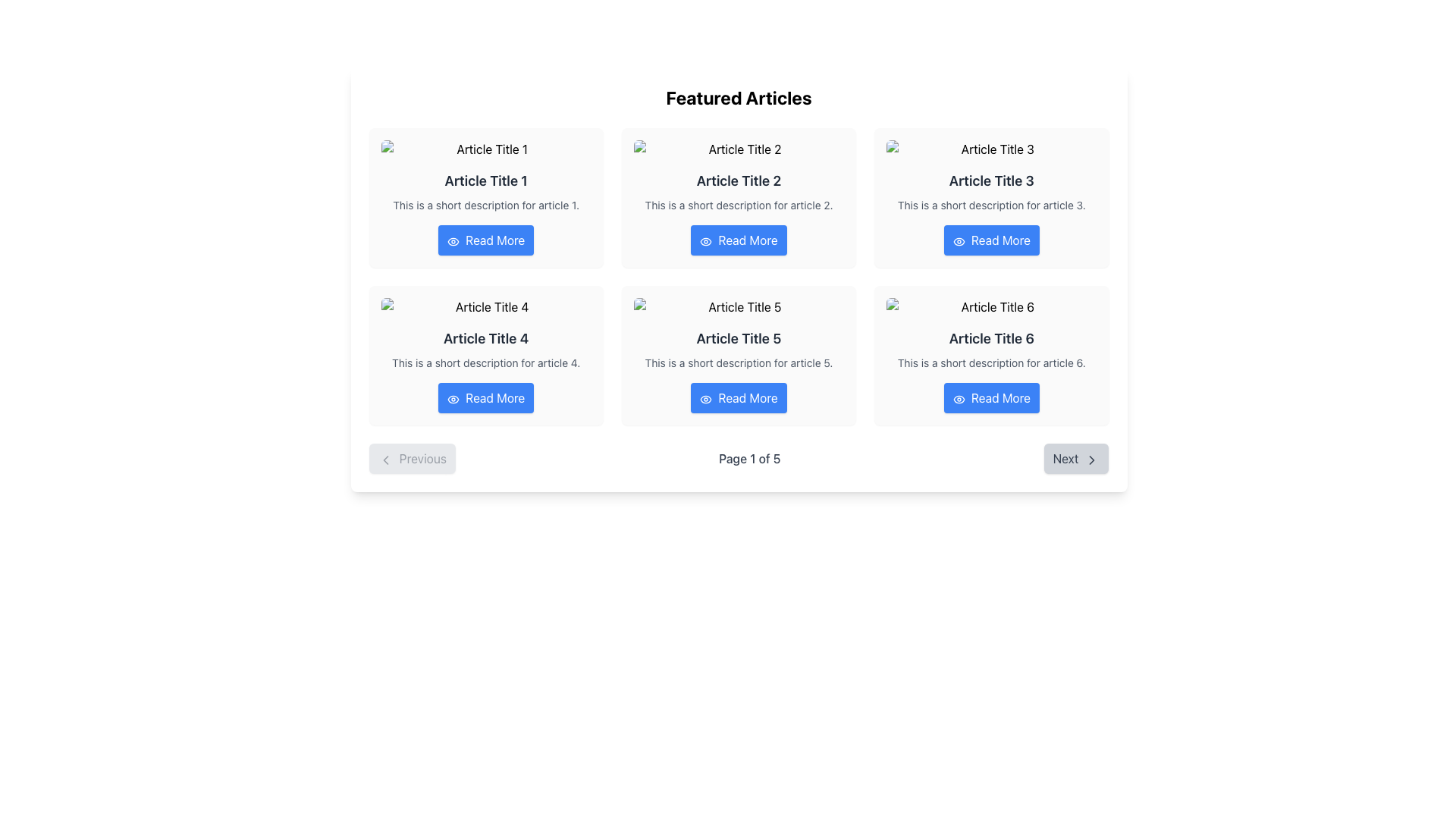  I want to click on text content of the concise text snippet styled with a small font size and gray color, located below 'Article Title 1' and above the blue 'Read More' button in the first tile of the grid displaying featured articles, so click(486, 205).